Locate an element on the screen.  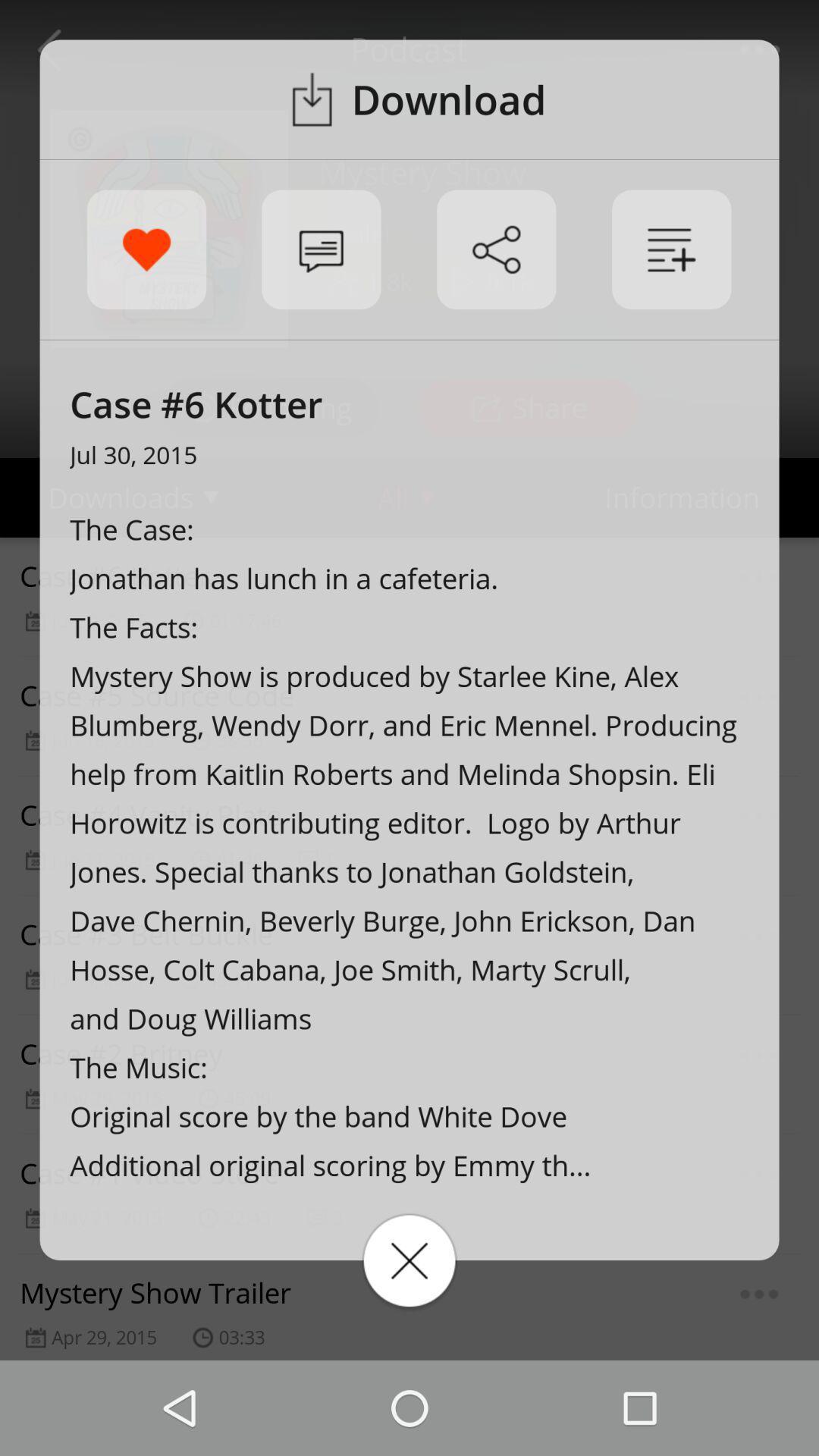
notification is located at coordinates (320, 249).